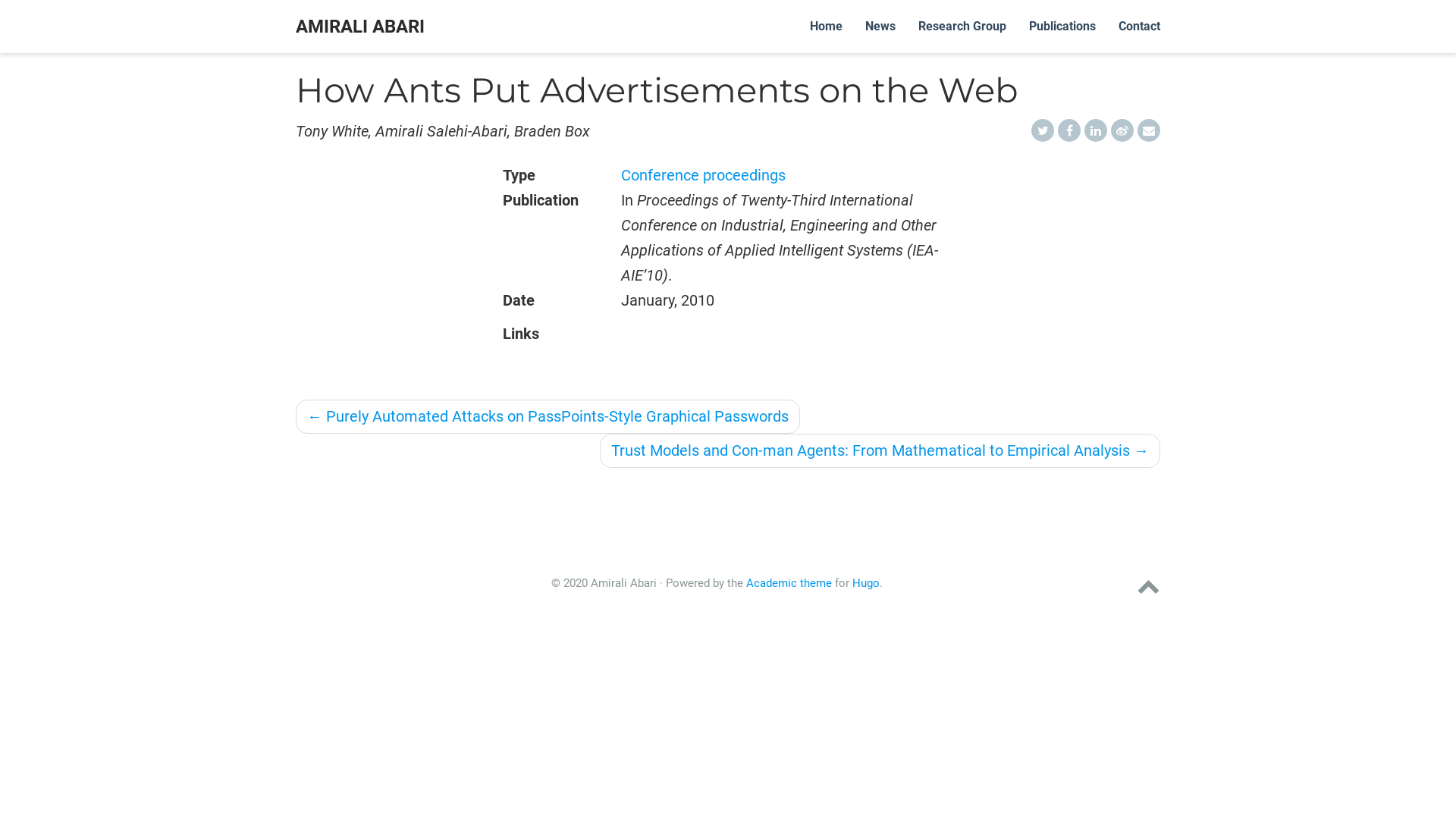 This screenshot has height=819, width=1456. Describe the element at coordinates (866, 582) in the screenshot. I see `'Hugo'` at that location.